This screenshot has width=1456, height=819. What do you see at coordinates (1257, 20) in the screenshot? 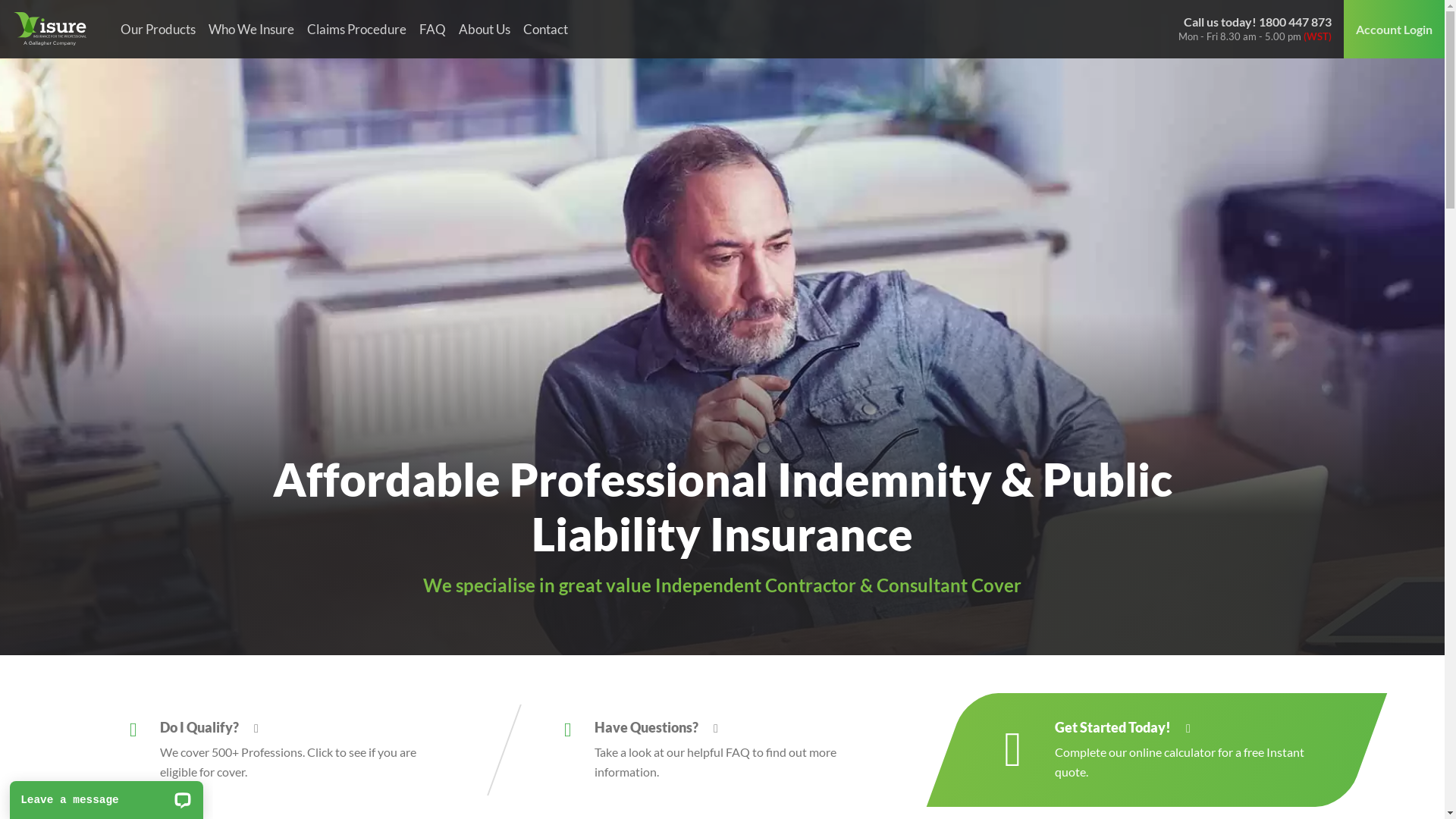
I see `'Call us today! 1800 447 873'` at bounding box center [1257, 20].